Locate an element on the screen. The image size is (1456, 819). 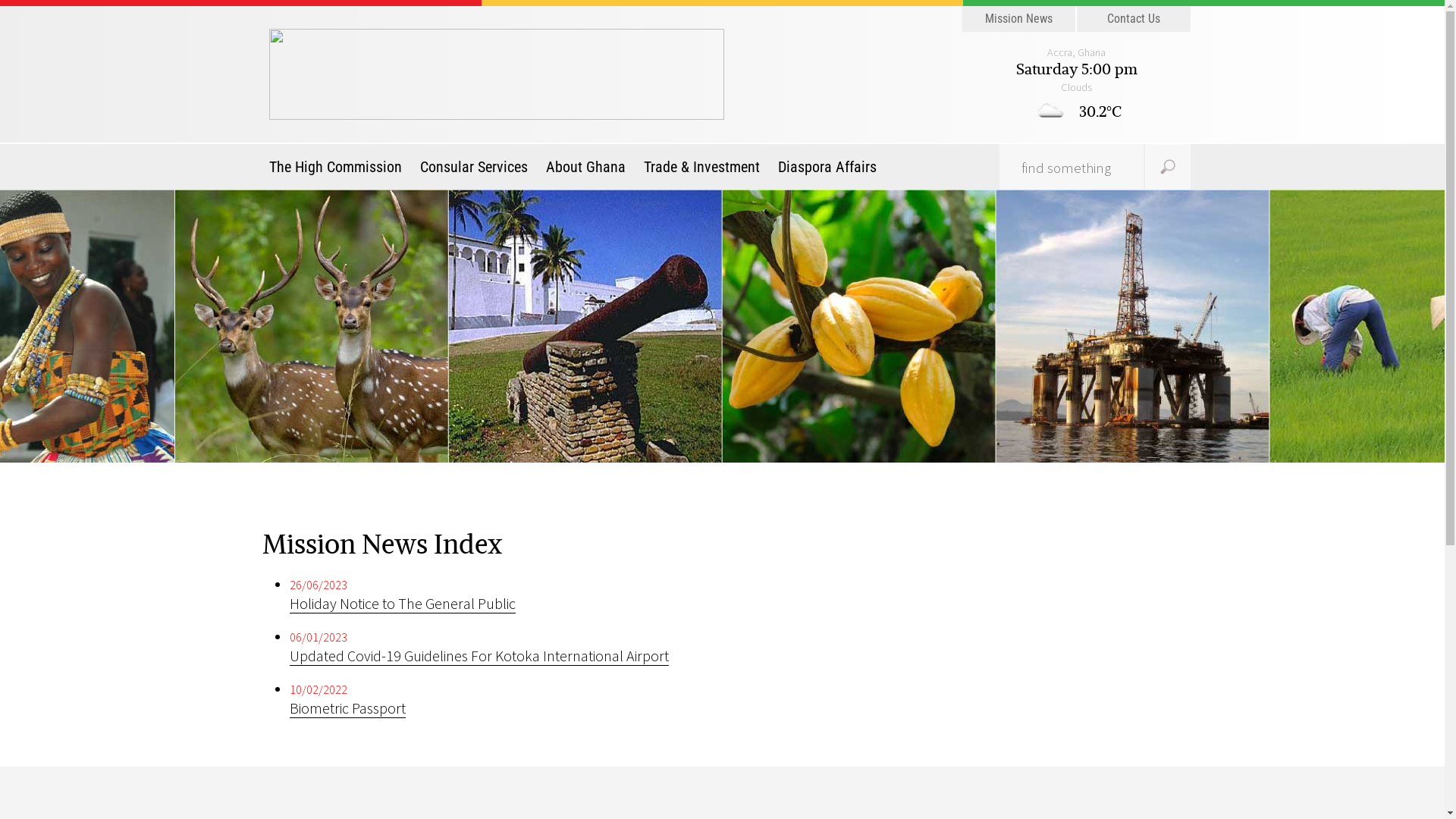
'Biometric Passport' is located at coordinates (347, 708).